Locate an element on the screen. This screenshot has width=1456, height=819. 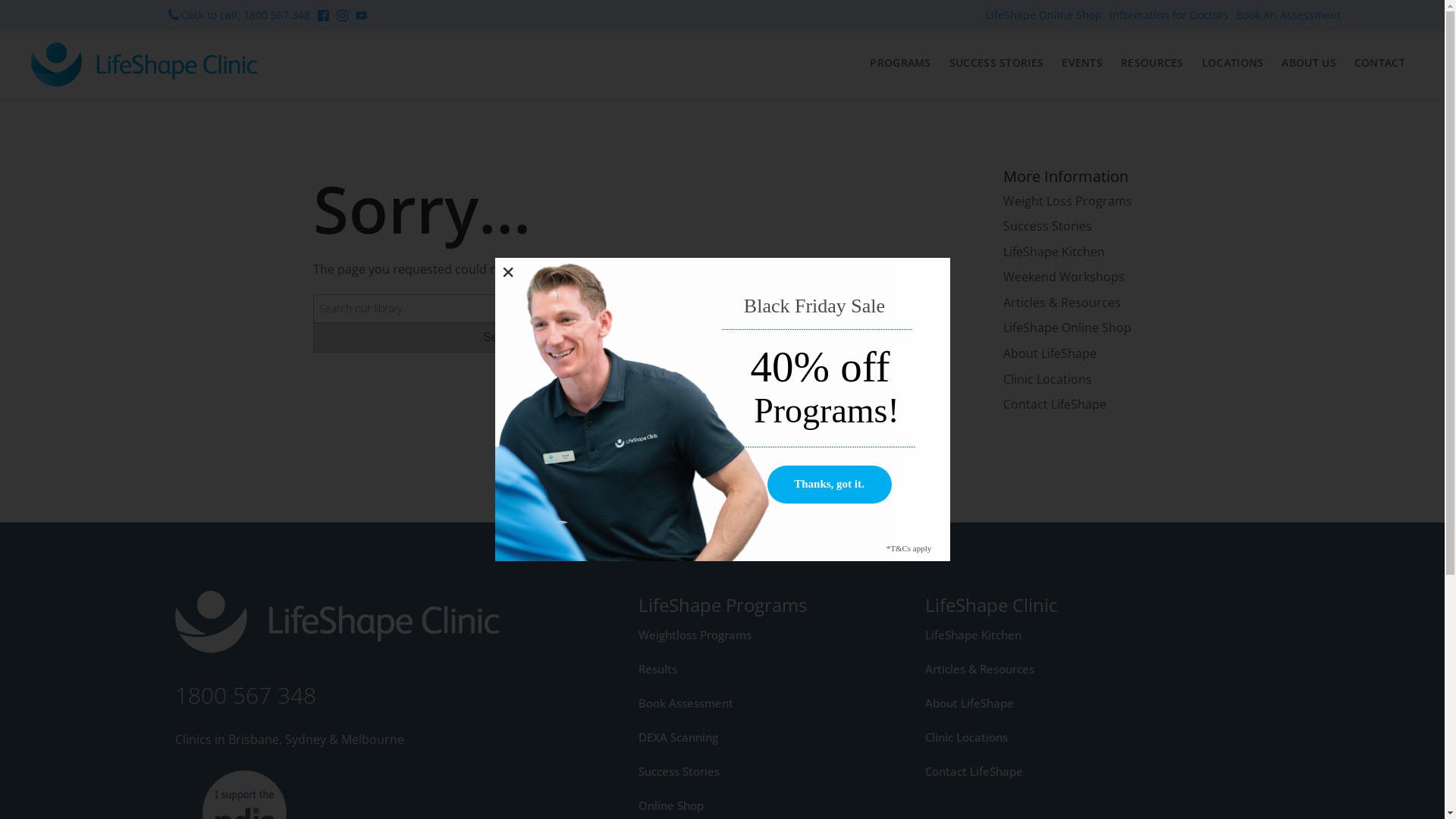
'Online Shop' is located at coordinates (713, 804).